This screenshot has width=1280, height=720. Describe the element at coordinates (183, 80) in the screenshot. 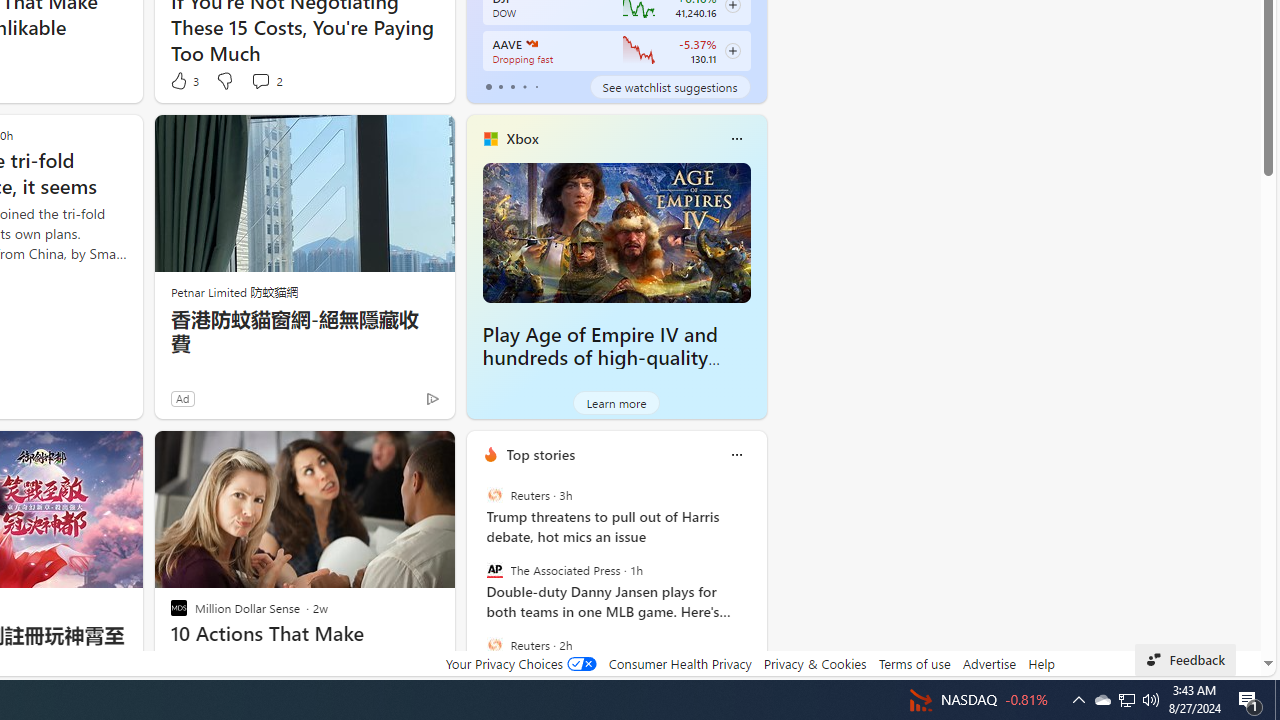

I see `'3 Like'` at that location.